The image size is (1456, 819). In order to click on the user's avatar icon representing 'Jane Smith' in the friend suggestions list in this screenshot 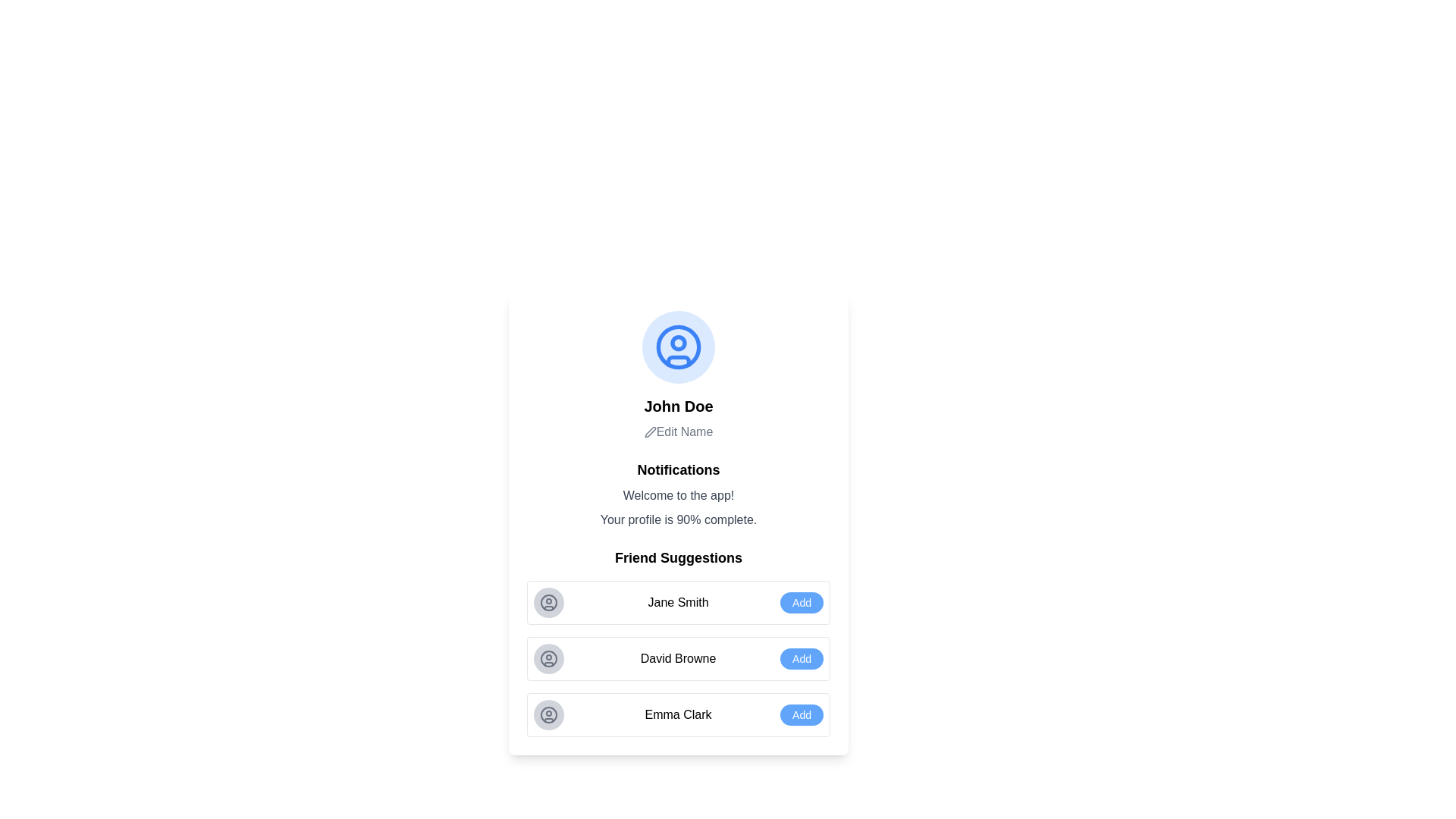, I will do `click(548, 601)`.